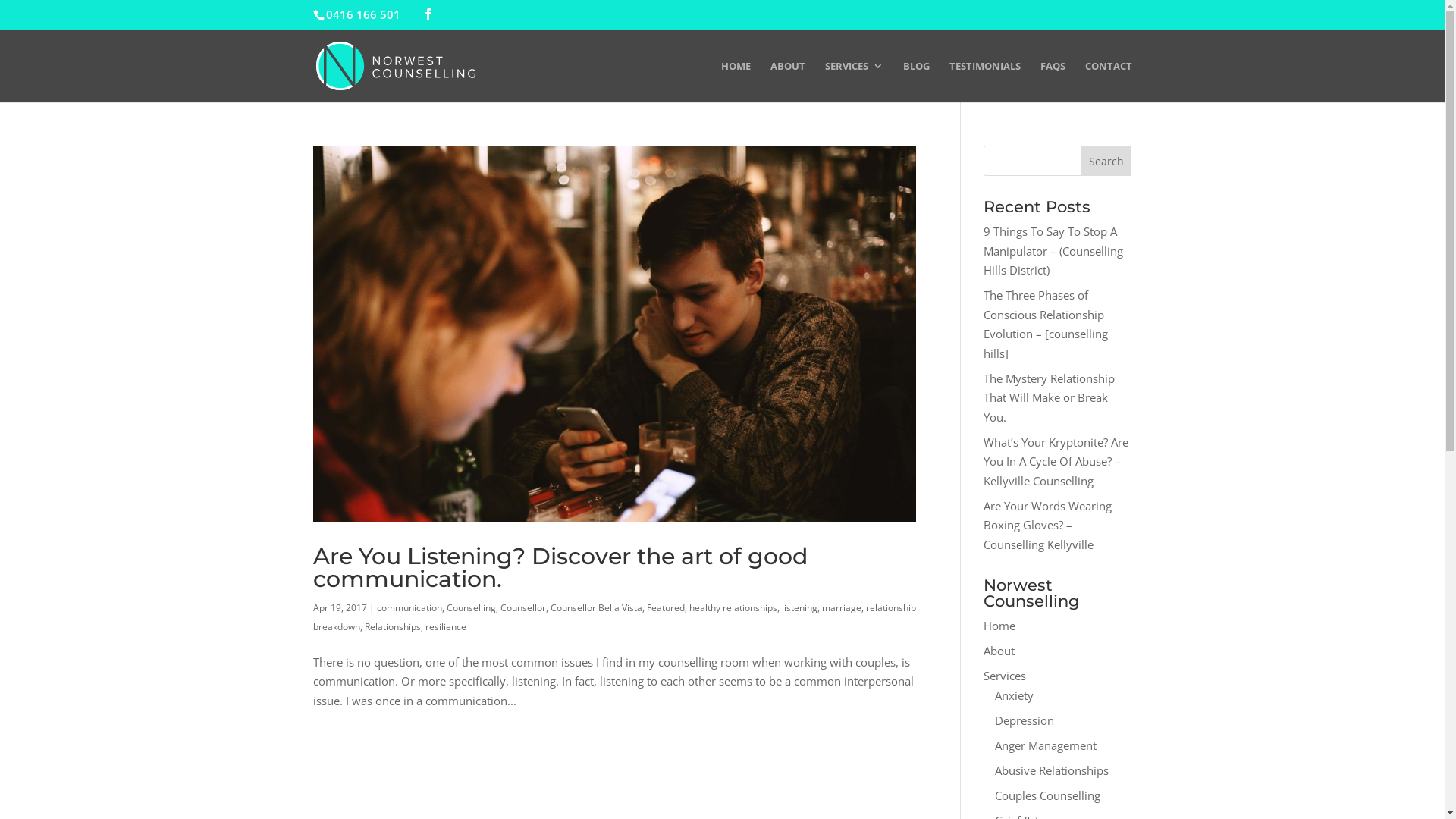 The image size is (1456, 819). I want to click on 'Anxiety', so click(1014, 694).